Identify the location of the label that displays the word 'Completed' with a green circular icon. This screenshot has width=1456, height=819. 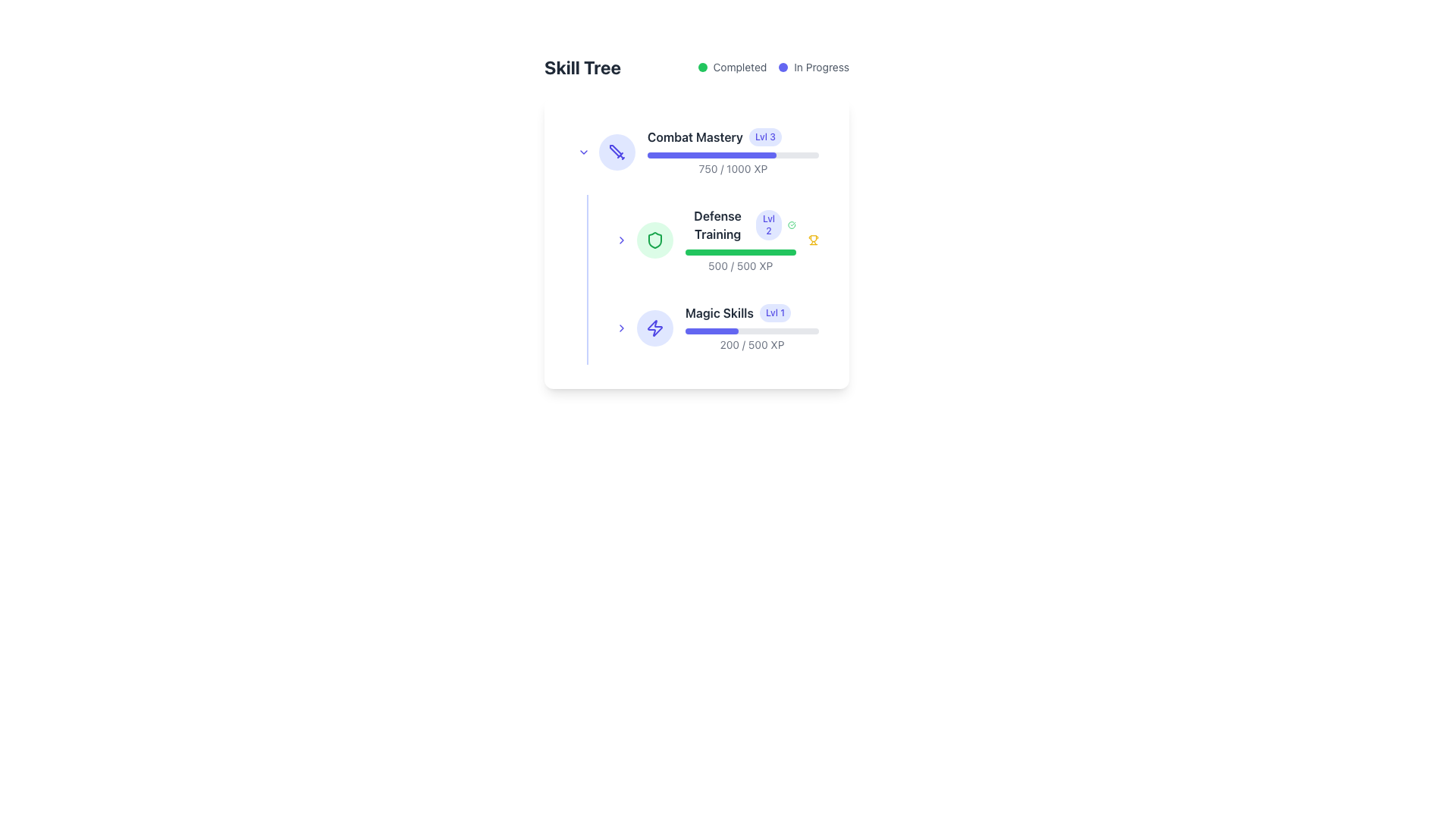
(732, 66).